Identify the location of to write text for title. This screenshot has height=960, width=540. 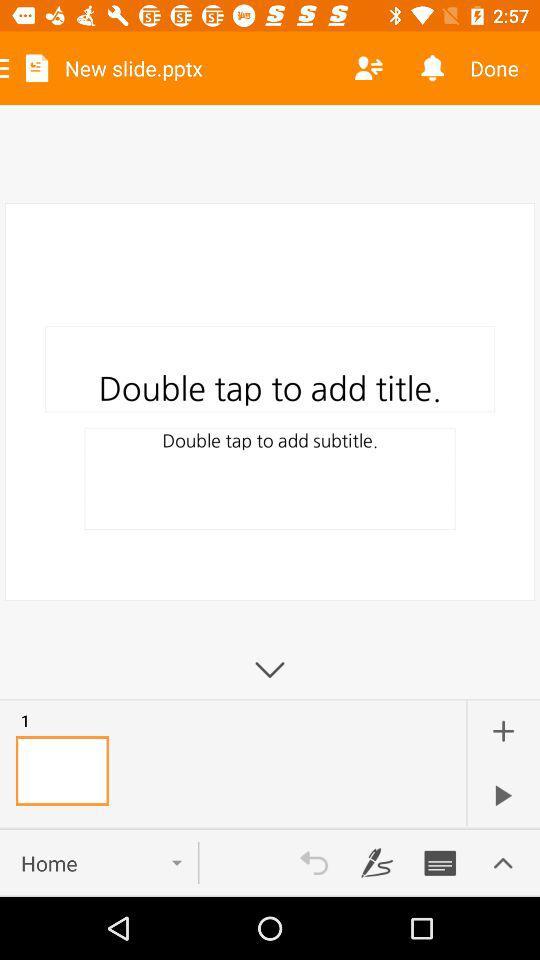
(440, 862).